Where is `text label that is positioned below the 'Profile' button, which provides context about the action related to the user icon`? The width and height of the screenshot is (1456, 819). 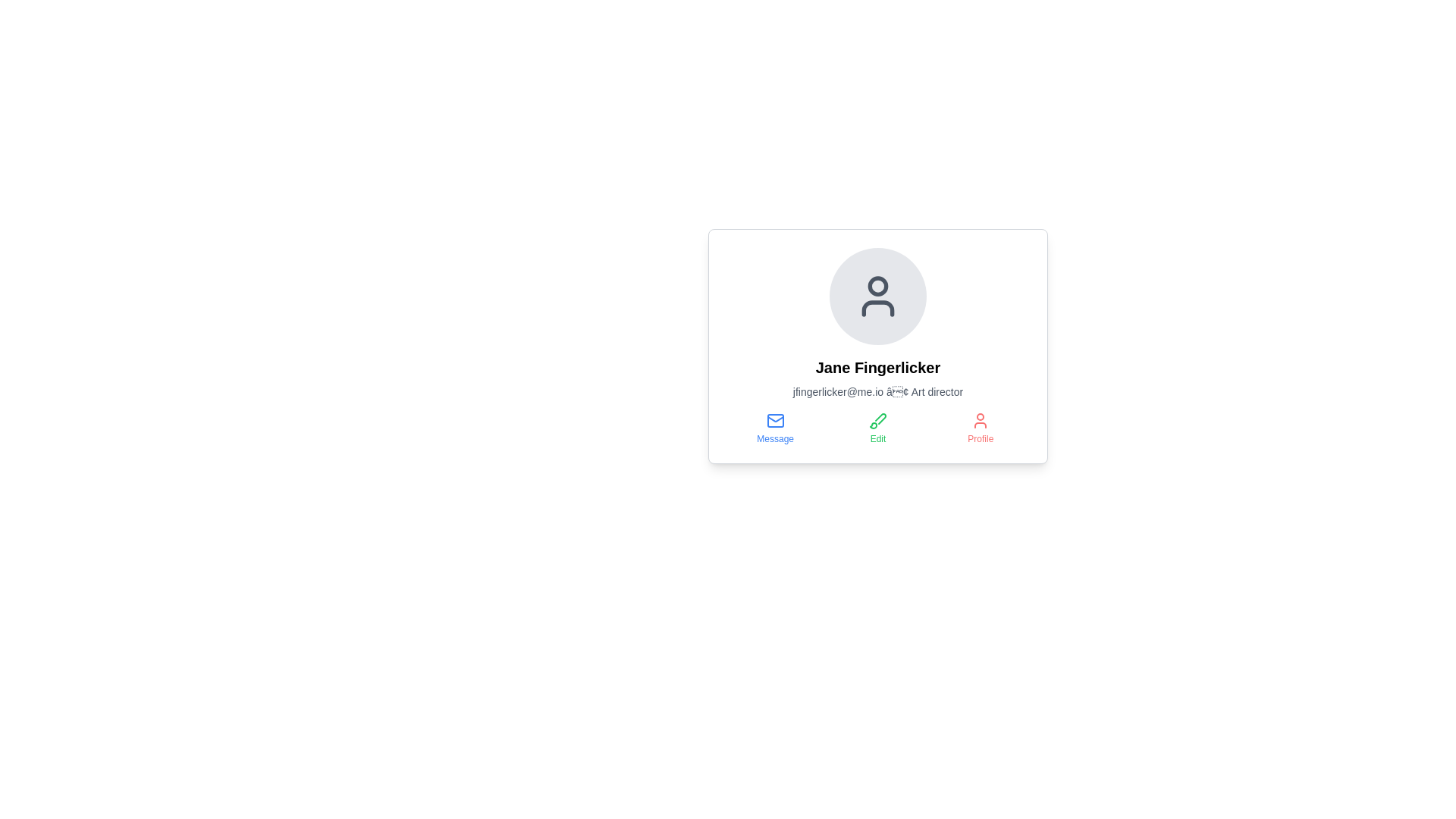
text label that is positioned below the 'Profile' button, which provides context about the action related to the user icon is located at coordinates (981, 438).